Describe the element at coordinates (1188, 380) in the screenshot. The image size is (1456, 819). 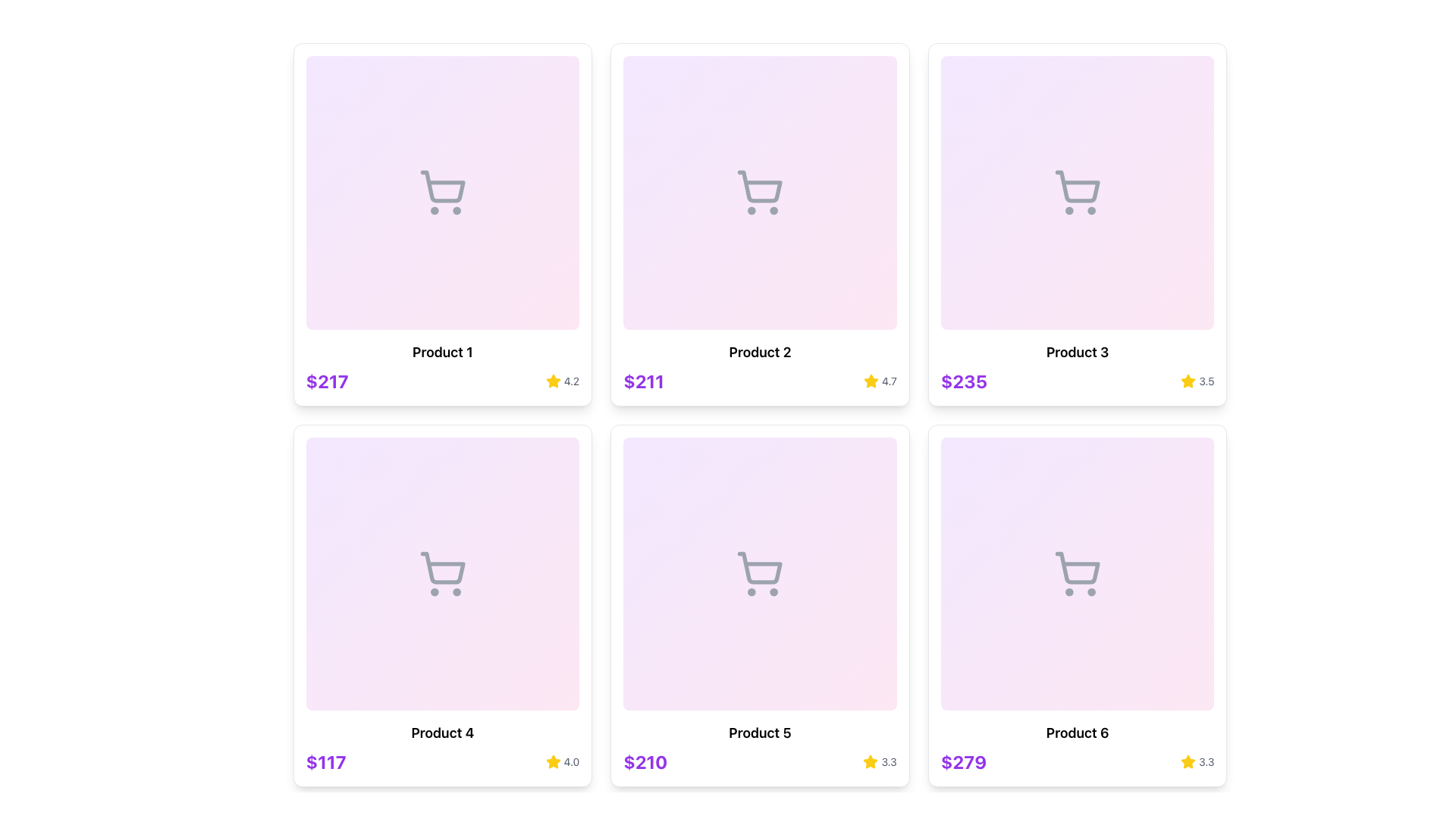
I see `the star icon representing the rating for 'Product 3', which is located in the bottom-right corner of the product card and adjacent to the rating text '3.5'` at that location.